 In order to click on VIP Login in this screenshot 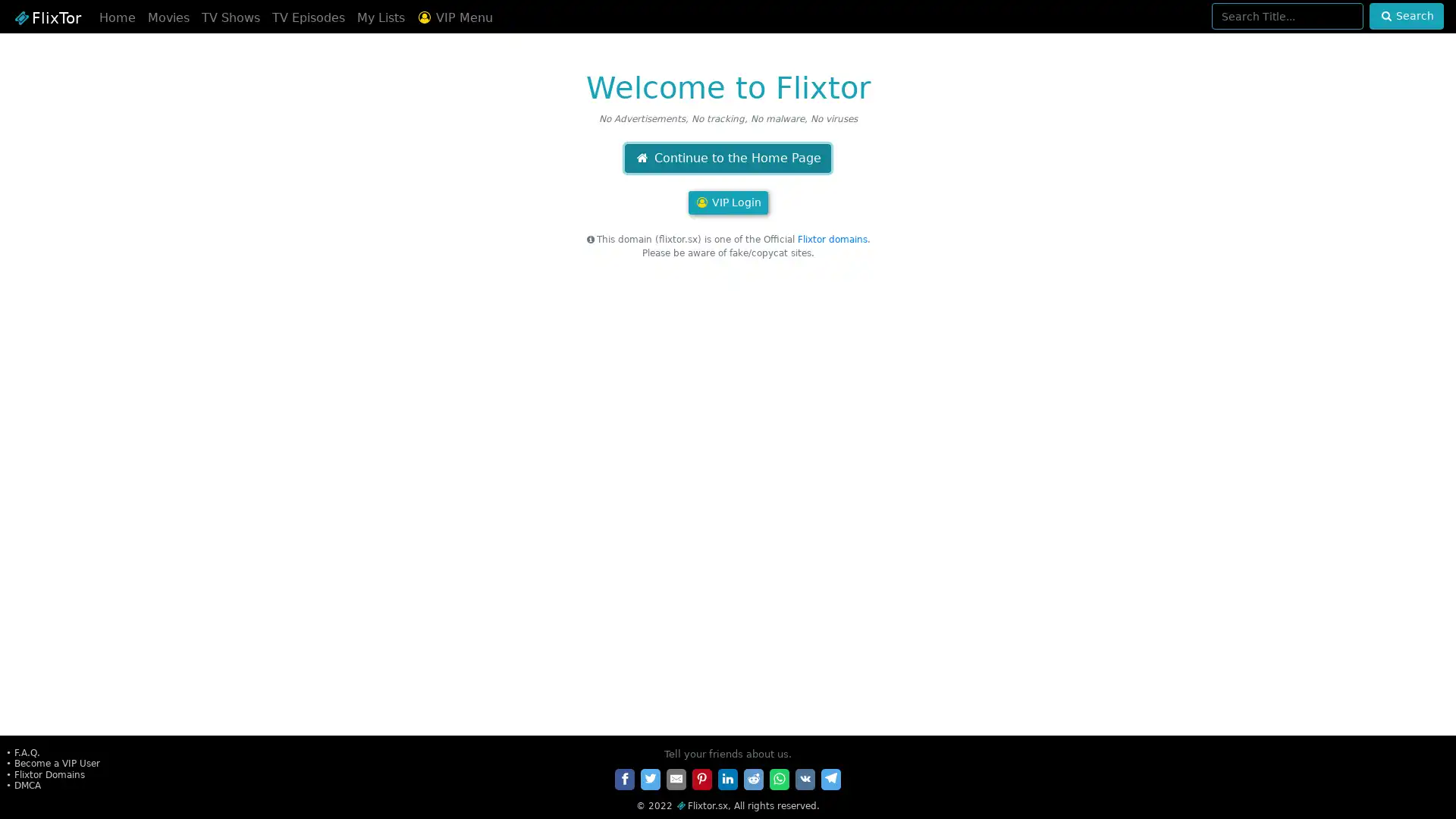, I will do `click(726, 202)`.